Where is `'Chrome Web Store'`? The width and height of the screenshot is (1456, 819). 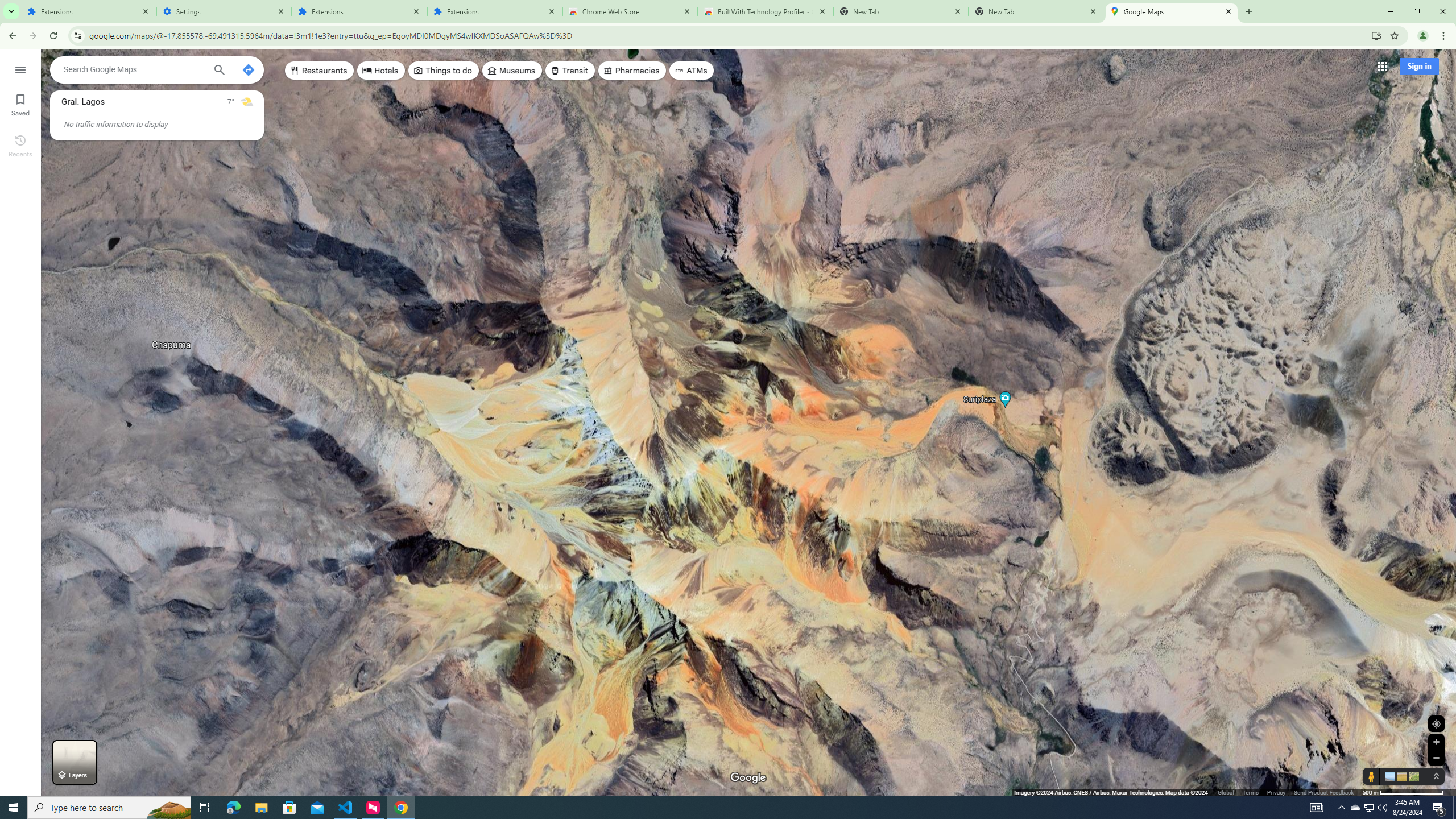
'Chrome Web Store' is located at coordinates (630, 11).